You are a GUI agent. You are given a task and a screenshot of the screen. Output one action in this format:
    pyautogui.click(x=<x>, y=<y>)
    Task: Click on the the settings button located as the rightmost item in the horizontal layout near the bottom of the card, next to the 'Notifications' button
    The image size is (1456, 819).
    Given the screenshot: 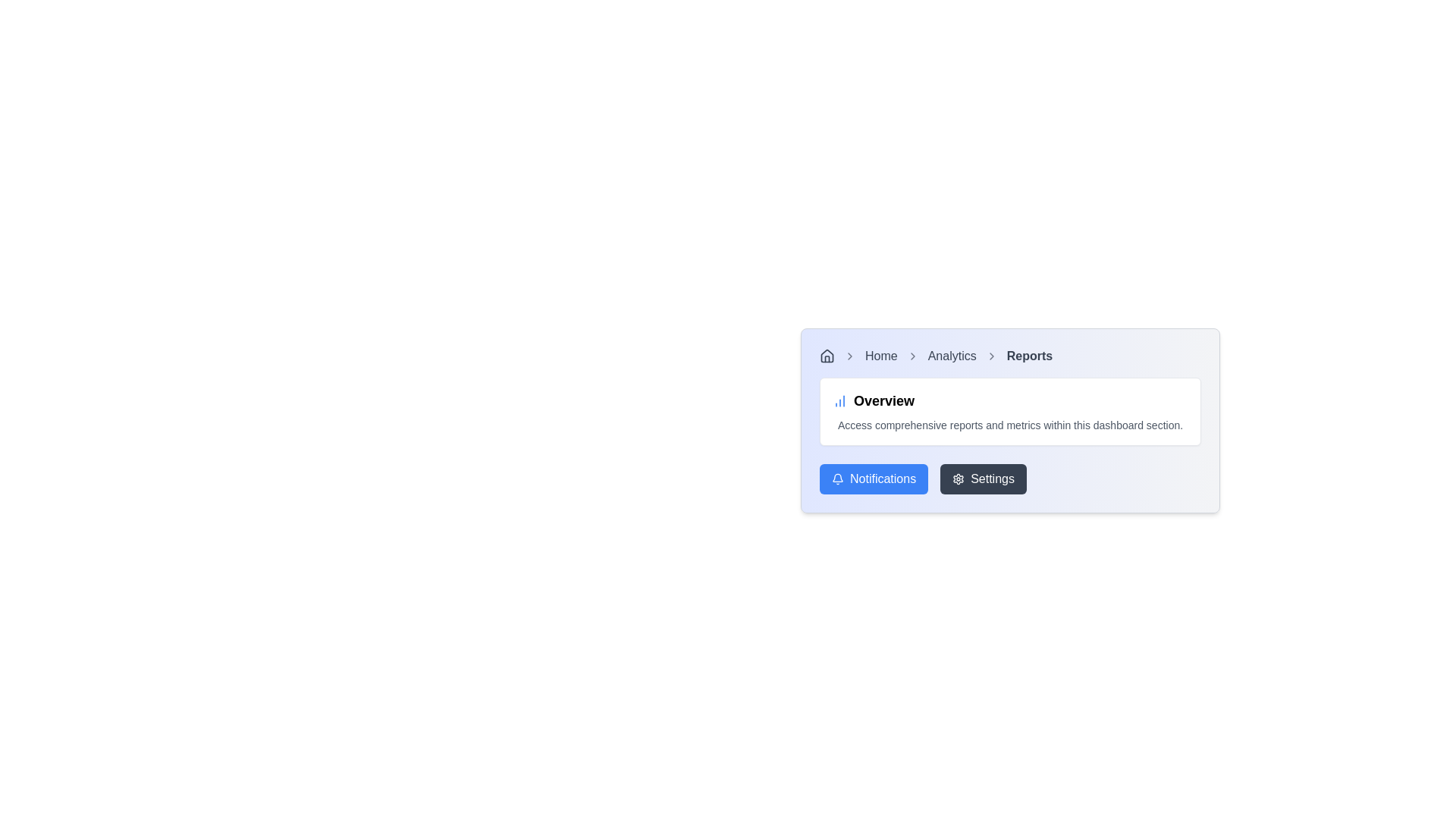 What is the action you would take?
    pyautogui.click(x=984, y=479)
    